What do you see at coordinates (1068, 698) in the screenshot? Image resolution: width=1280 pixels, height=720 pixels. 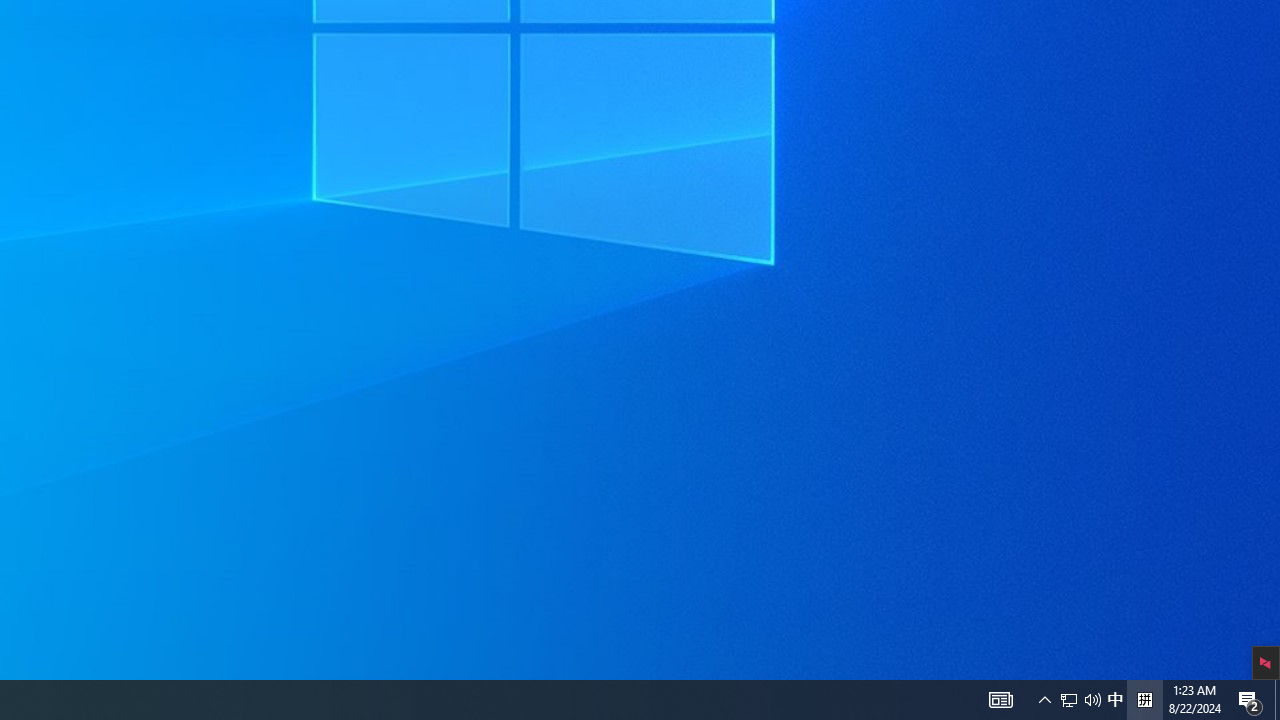 I see `'User Promoted Notification Area'` at bounding box center [1068, 698].